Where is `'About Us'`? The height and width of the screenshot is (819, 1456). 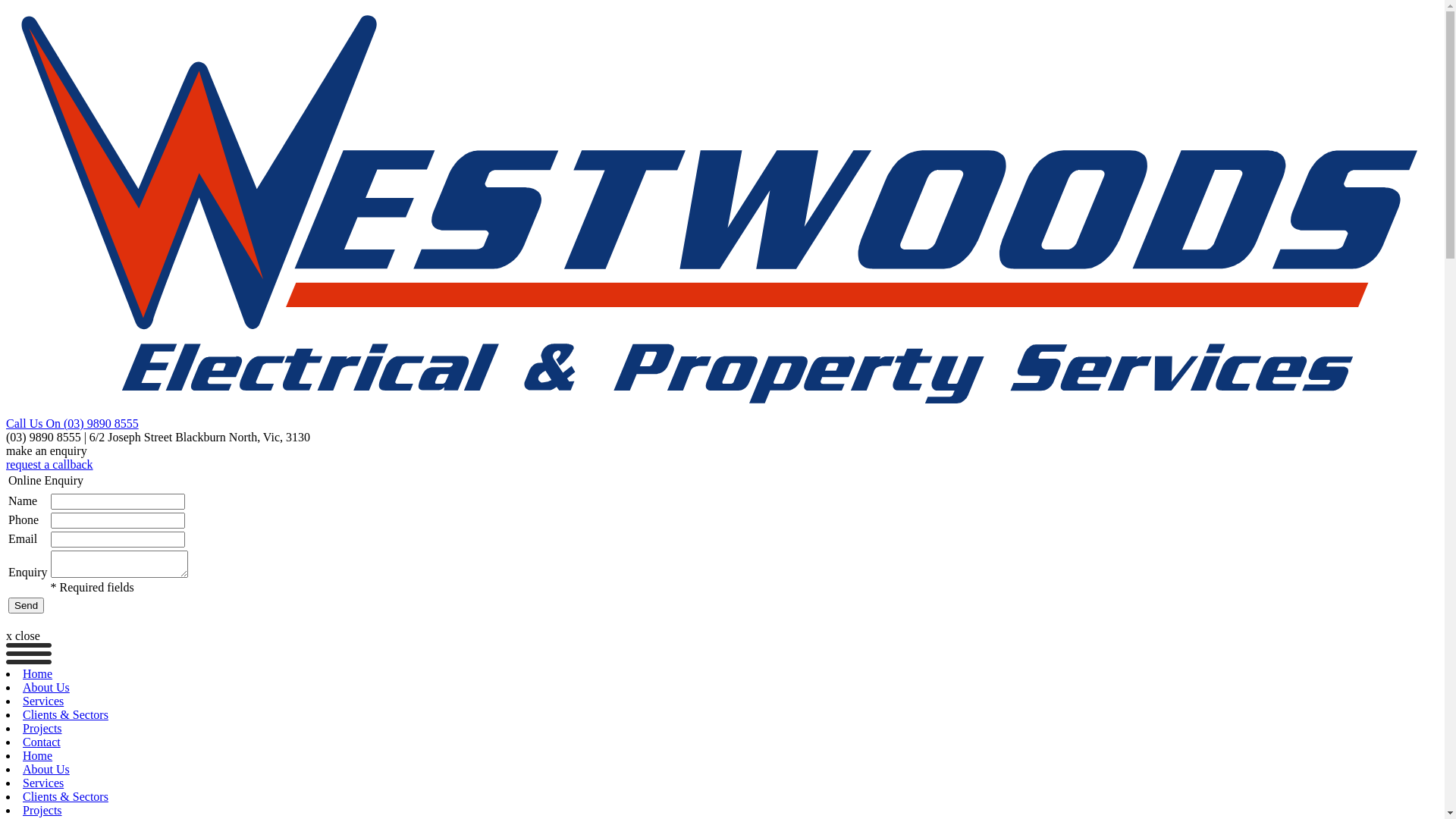 'About Us' is located at coordinates (46, 687).